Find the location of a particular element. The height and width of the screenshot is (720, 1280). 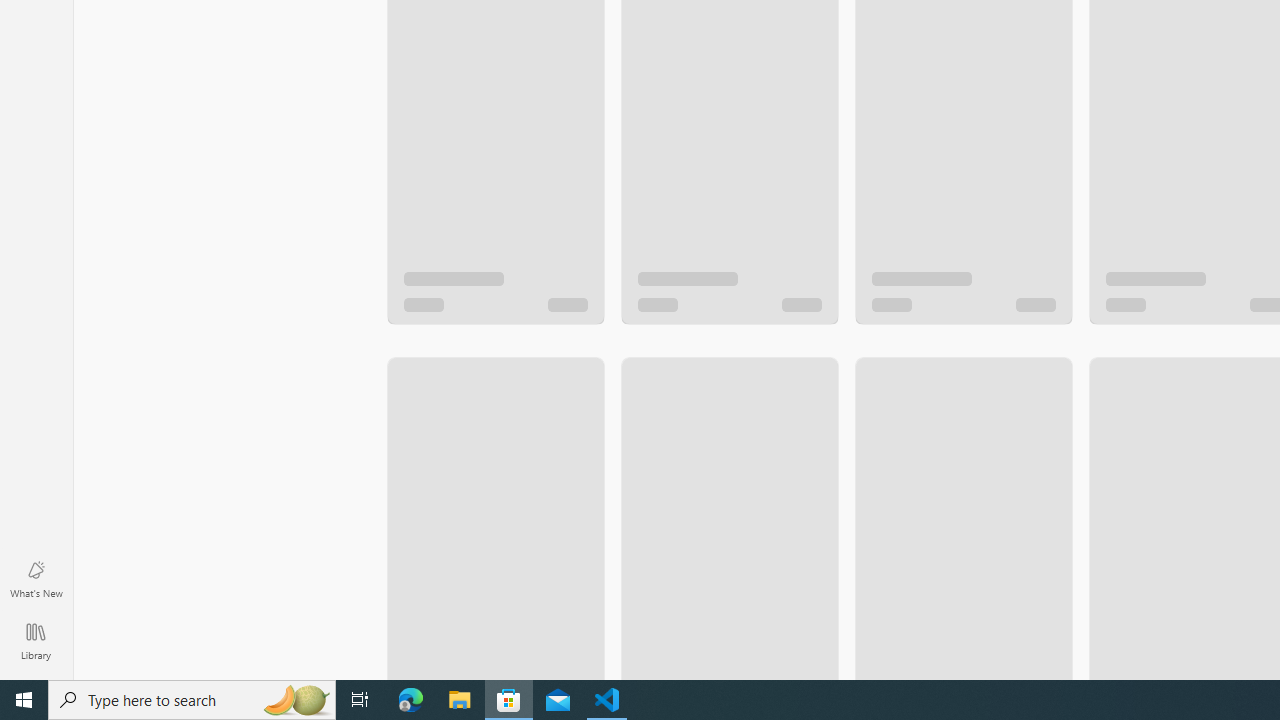

'Library' is located at coordinates (35, 640).